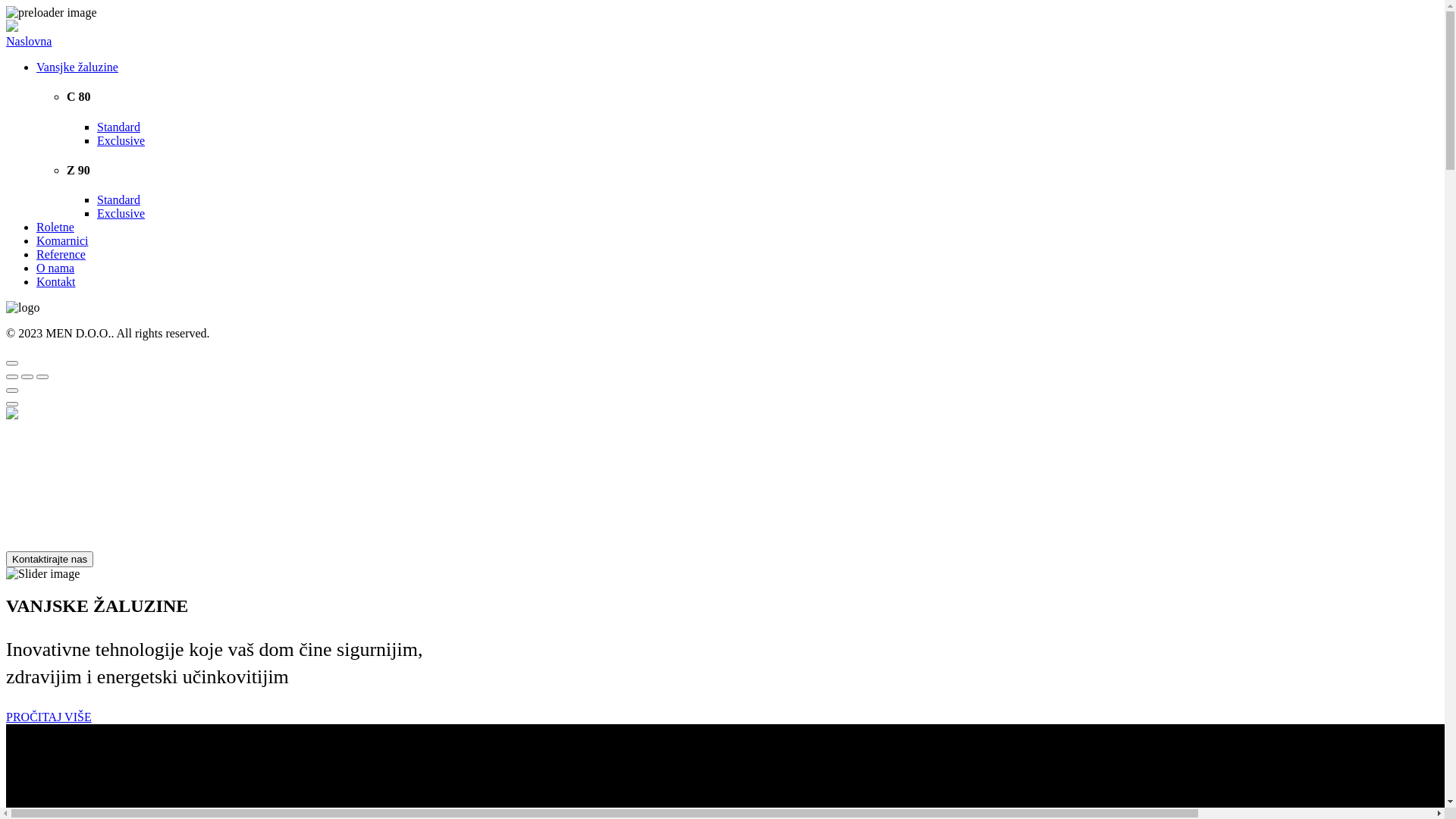 This screenshot has width=1456, height=819. I want to click on 'Roletne', so click(55, 227).